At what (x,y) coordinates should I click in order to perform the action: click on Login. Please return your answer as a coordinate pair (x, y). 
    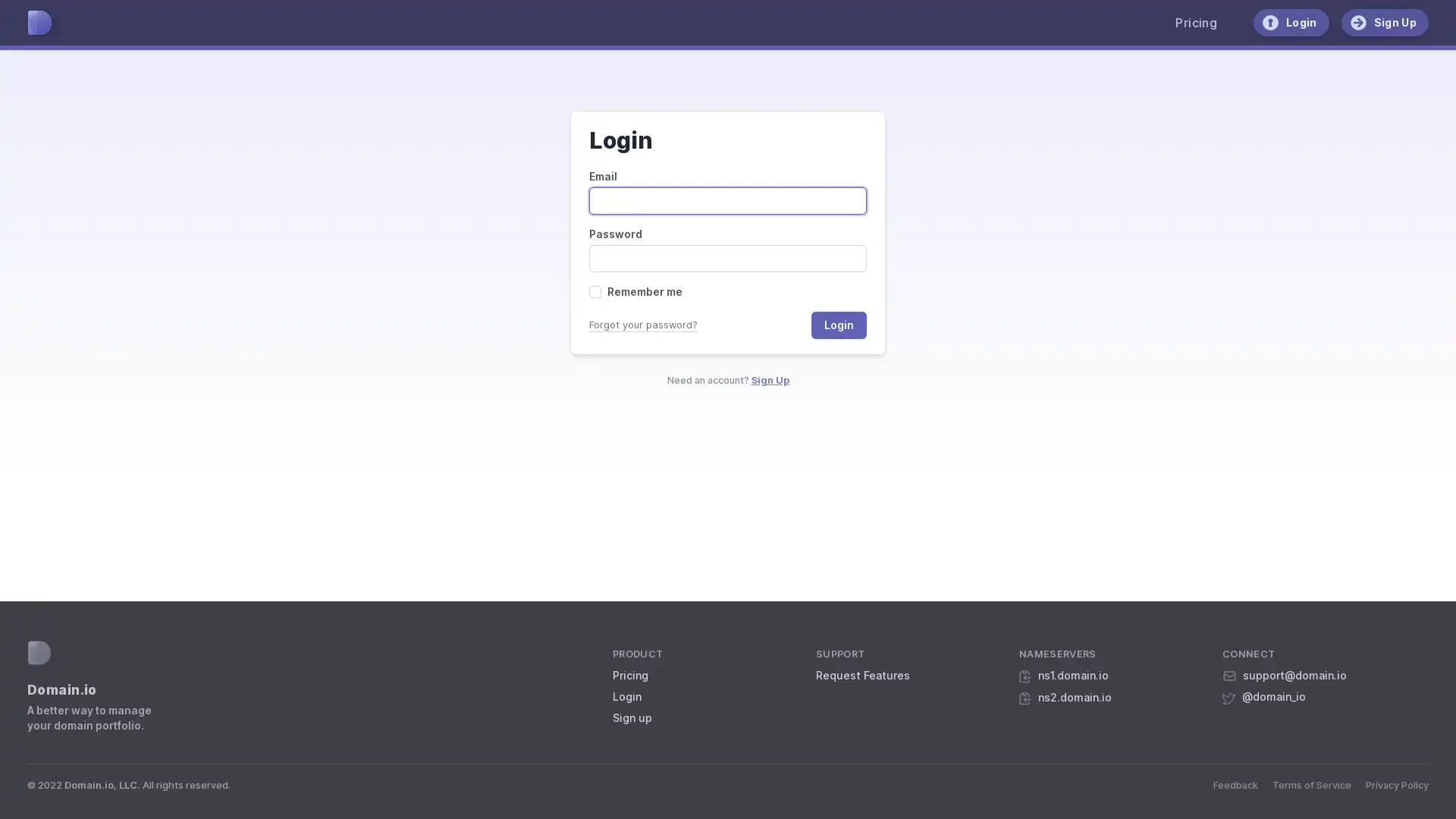
    Looking at the image, I should click on (838, 324).